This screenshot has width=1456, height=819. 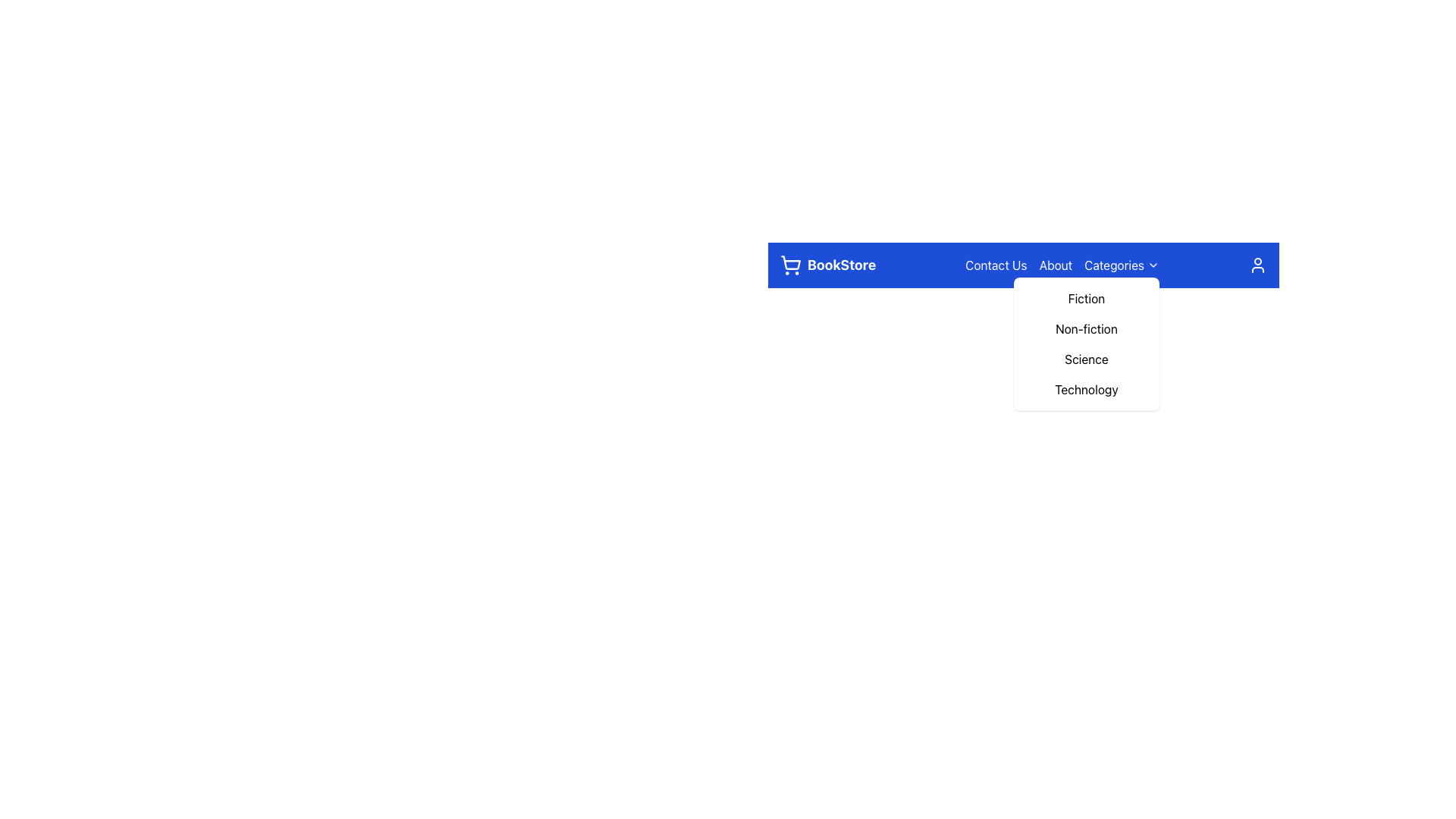 What do you see at coordinates (1153, 265) in the screenshot?
I see `the downward-facing chevron icon next to the 'Categories' label in the navigation bar for accessibility features` at bounding box center [1153, 265].